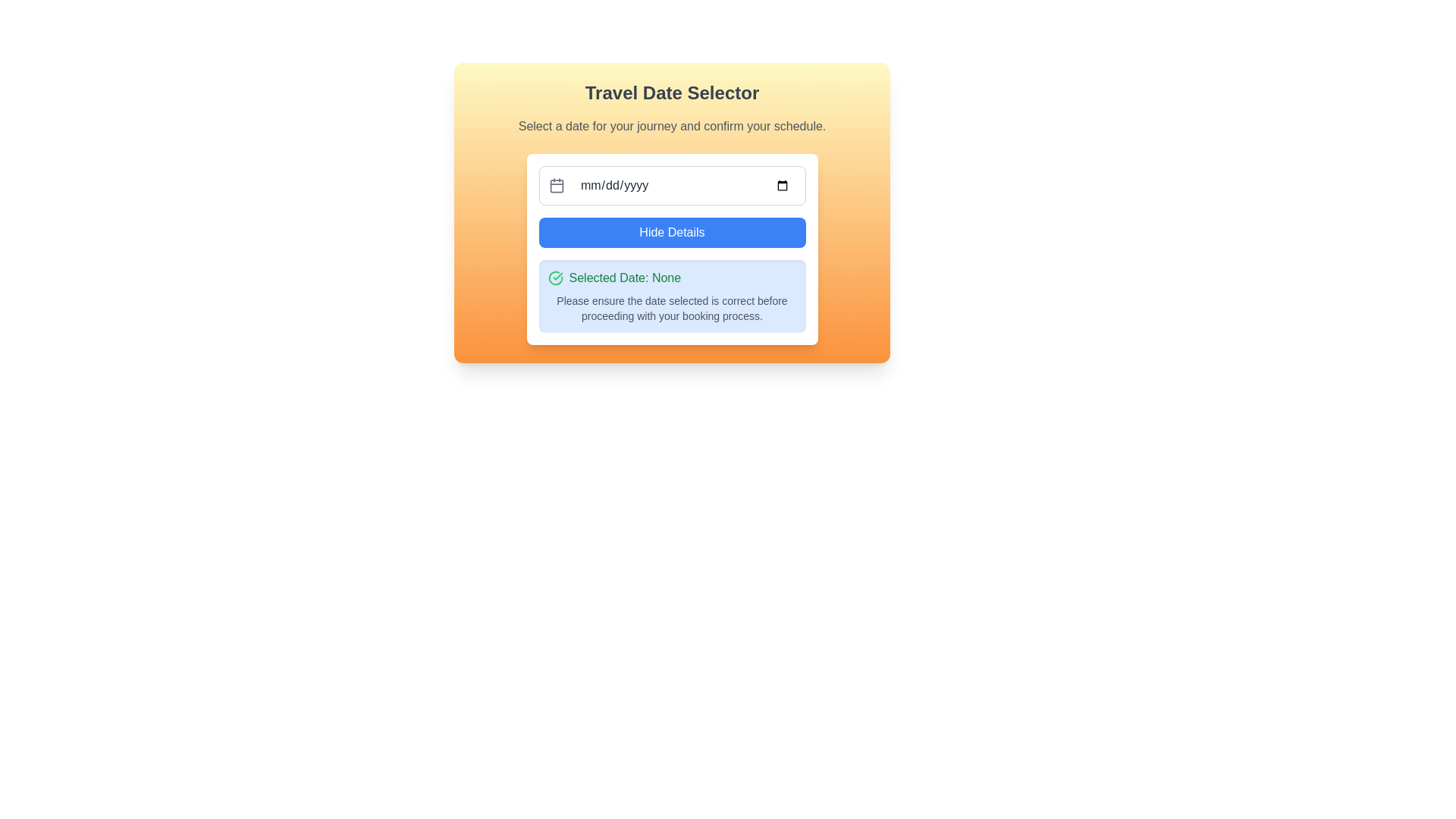 Image resolution: width=1456 pixels, height=819 pixels. What do you see at coordinates (671, 248) in the screenshot?
I see `the date selection utility located below the 'Travel Date Selector' heading to read the informational text` at bounding box center [671, 248].